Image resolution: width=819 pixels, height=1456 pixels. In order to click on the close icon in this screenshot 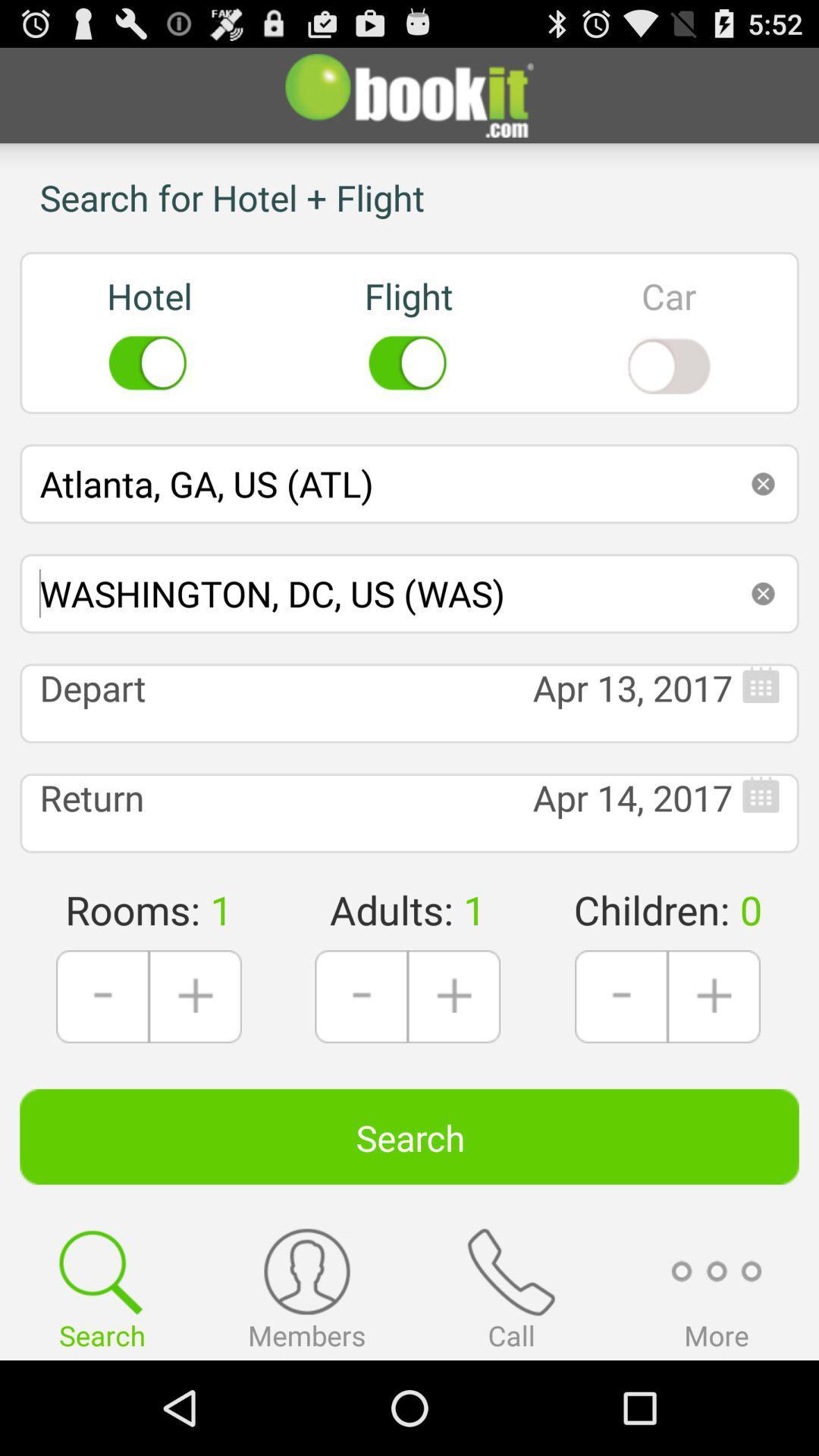, I will do `click(763, 635)`.